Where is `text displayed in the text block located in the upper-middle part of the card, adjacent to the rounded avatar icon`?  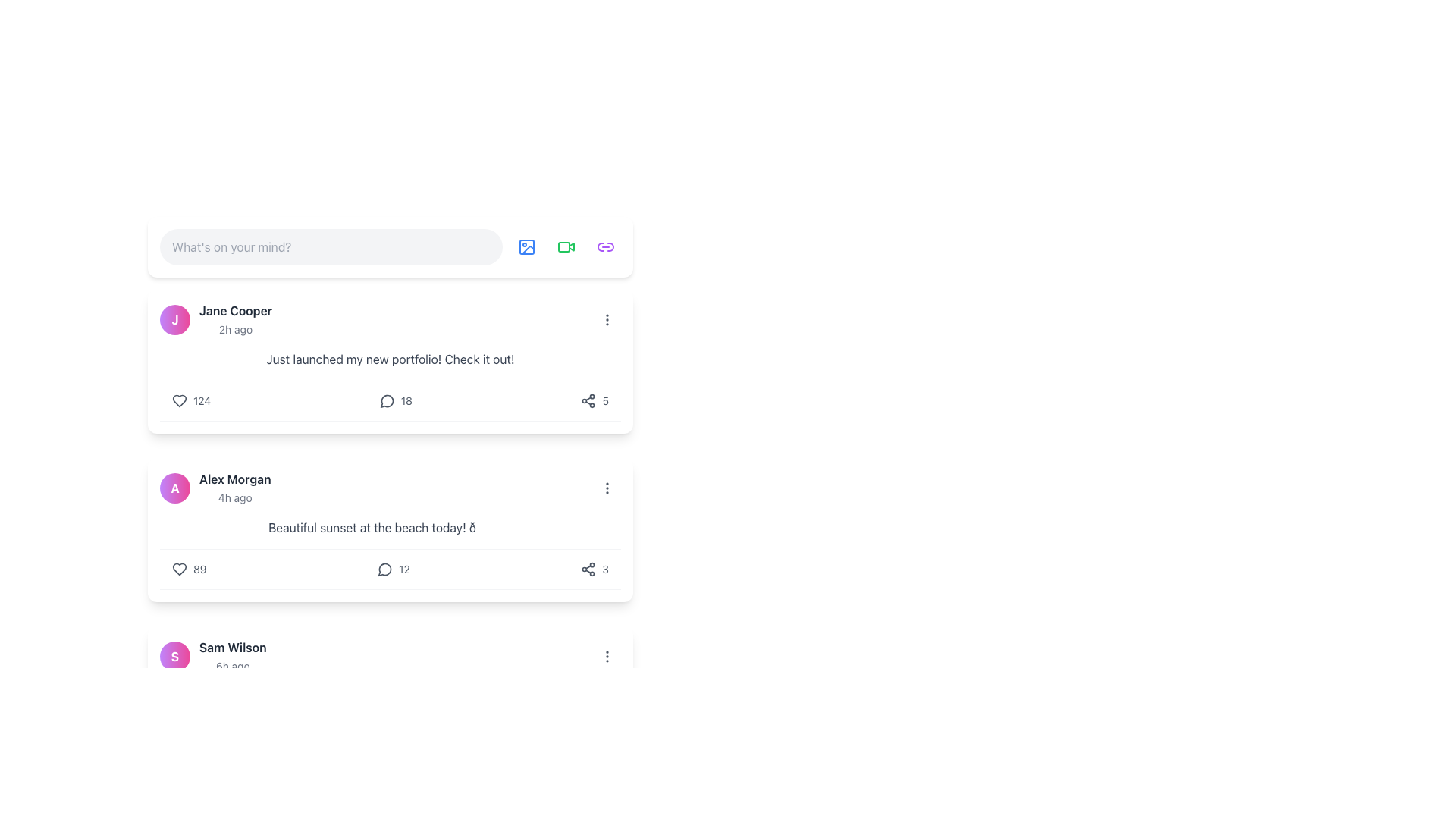 text displayed in the text block located in the upper-middle part of the card, adjacent to the rounded avatar icon is located at coordinates (234, 488).